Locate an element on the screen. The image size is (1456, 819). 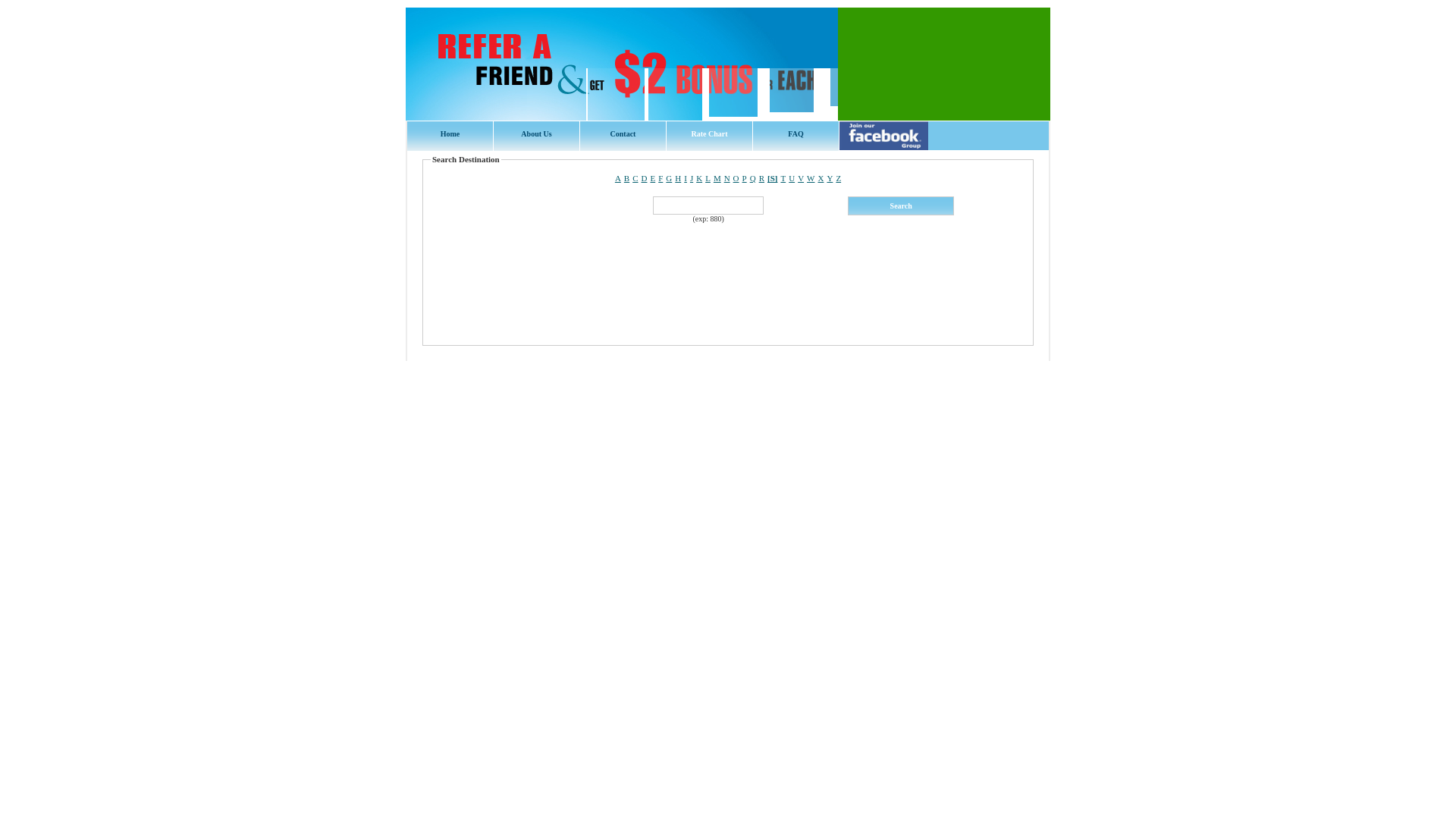
'T' is located at coordinates (783, 177).